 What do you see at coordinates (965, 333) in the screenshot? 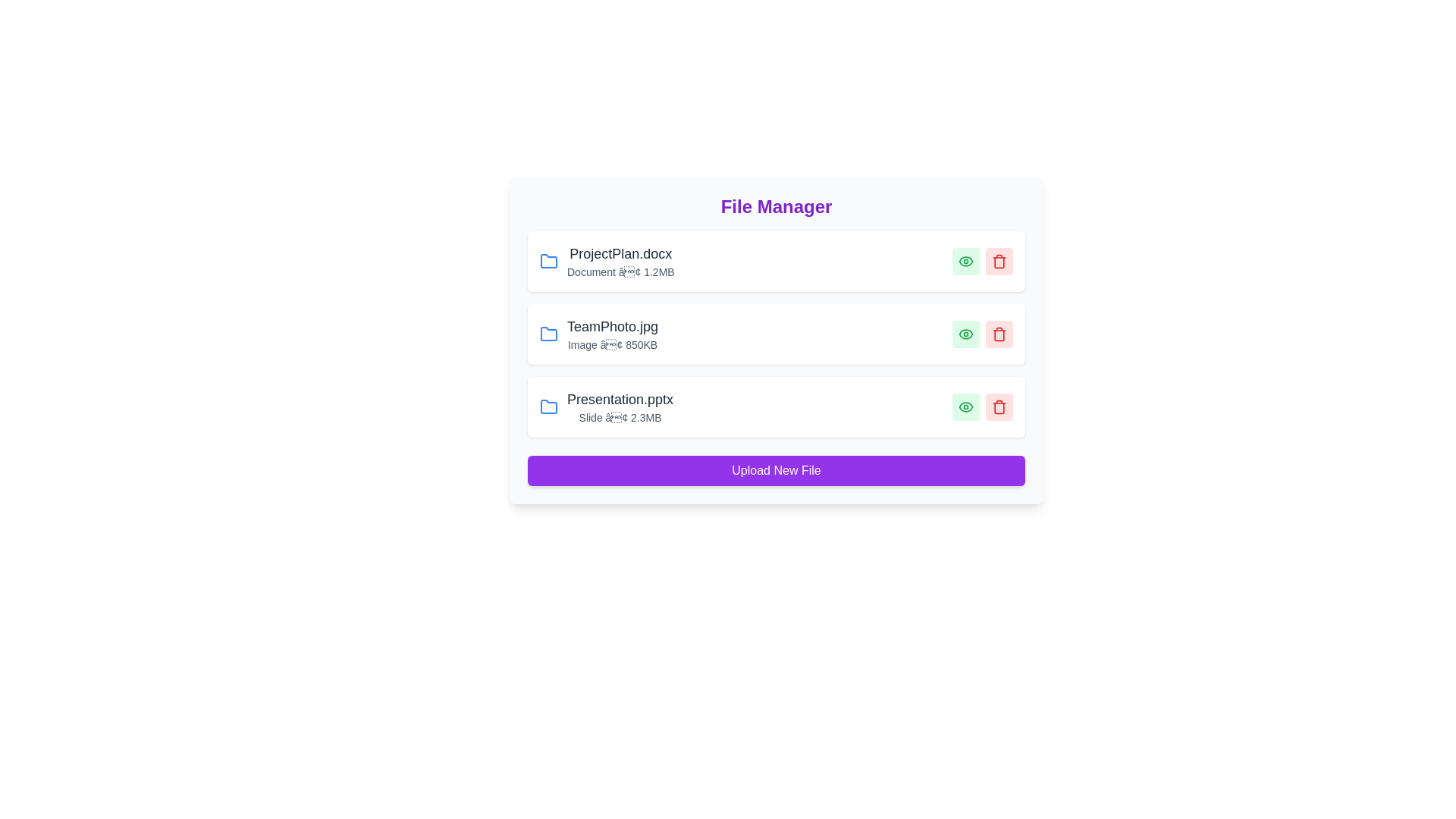
I see `eye icon to view details of the file TeamPhoto.jpg` at bounding box center [965, 333].